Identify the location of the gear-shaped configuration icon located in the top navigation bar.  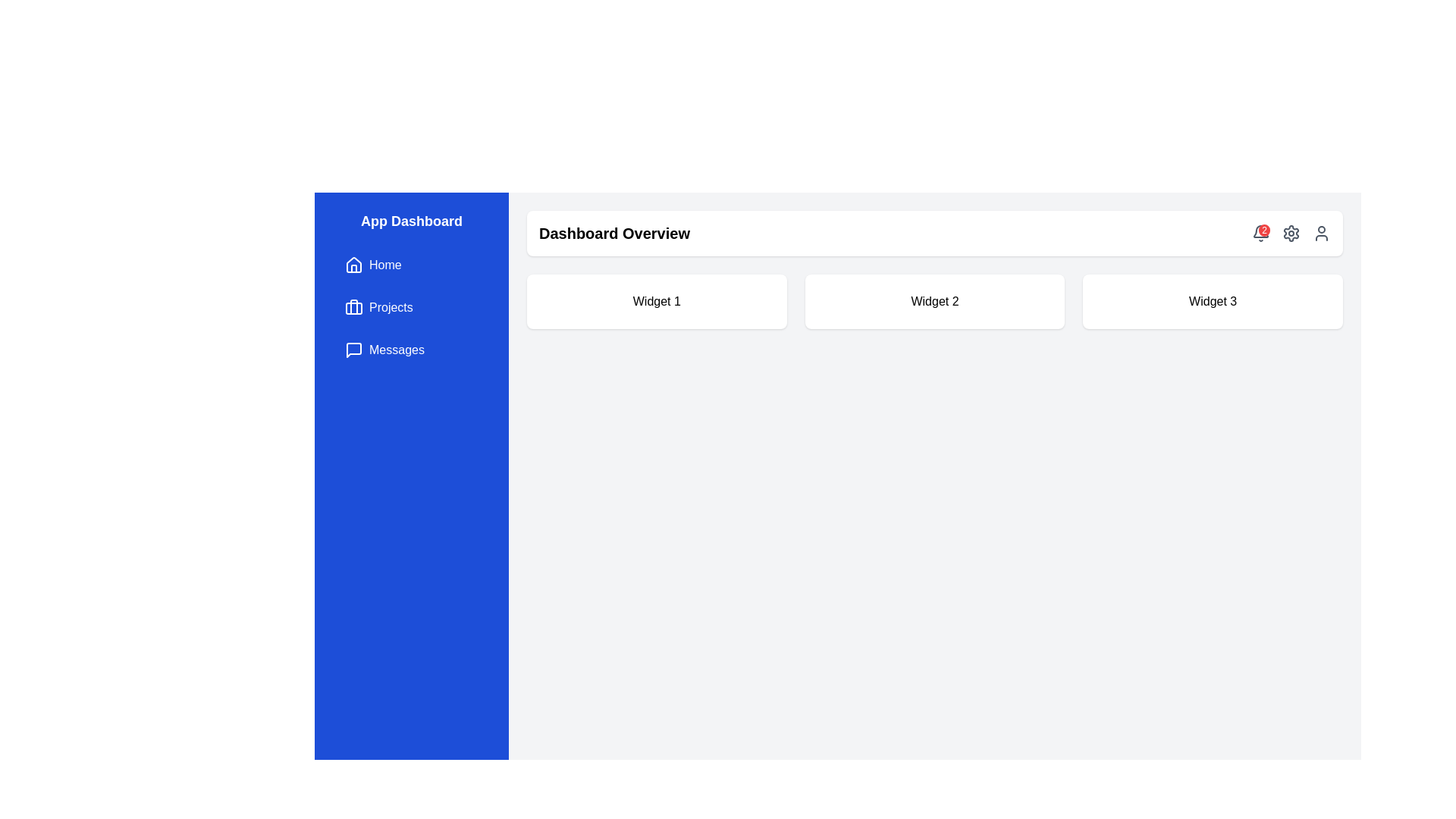
(1291, 234).